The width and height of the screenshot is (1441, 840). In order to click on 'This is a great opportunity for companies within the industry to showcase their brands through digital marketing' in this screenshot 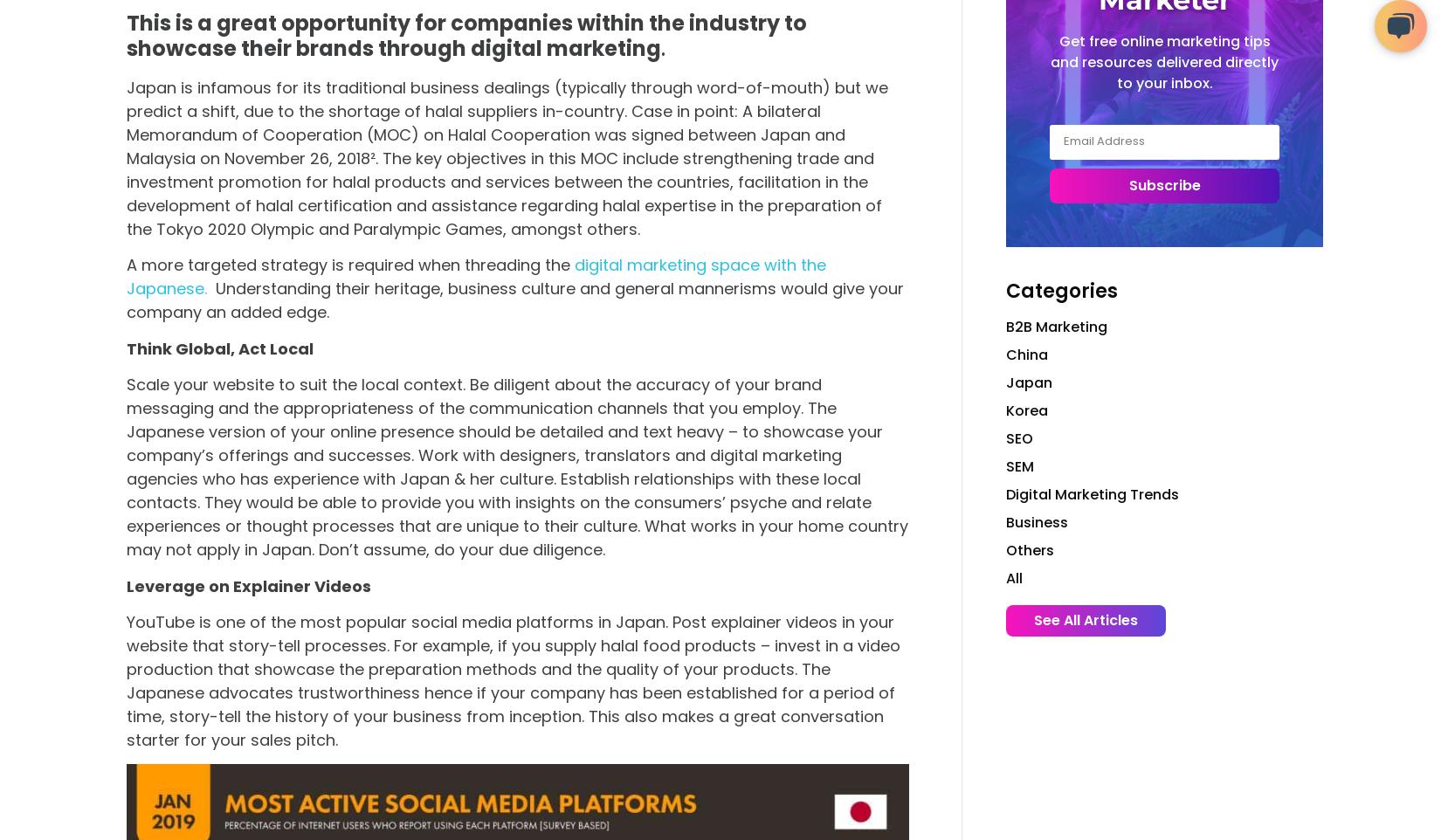, I will do `click(465, 34)`.